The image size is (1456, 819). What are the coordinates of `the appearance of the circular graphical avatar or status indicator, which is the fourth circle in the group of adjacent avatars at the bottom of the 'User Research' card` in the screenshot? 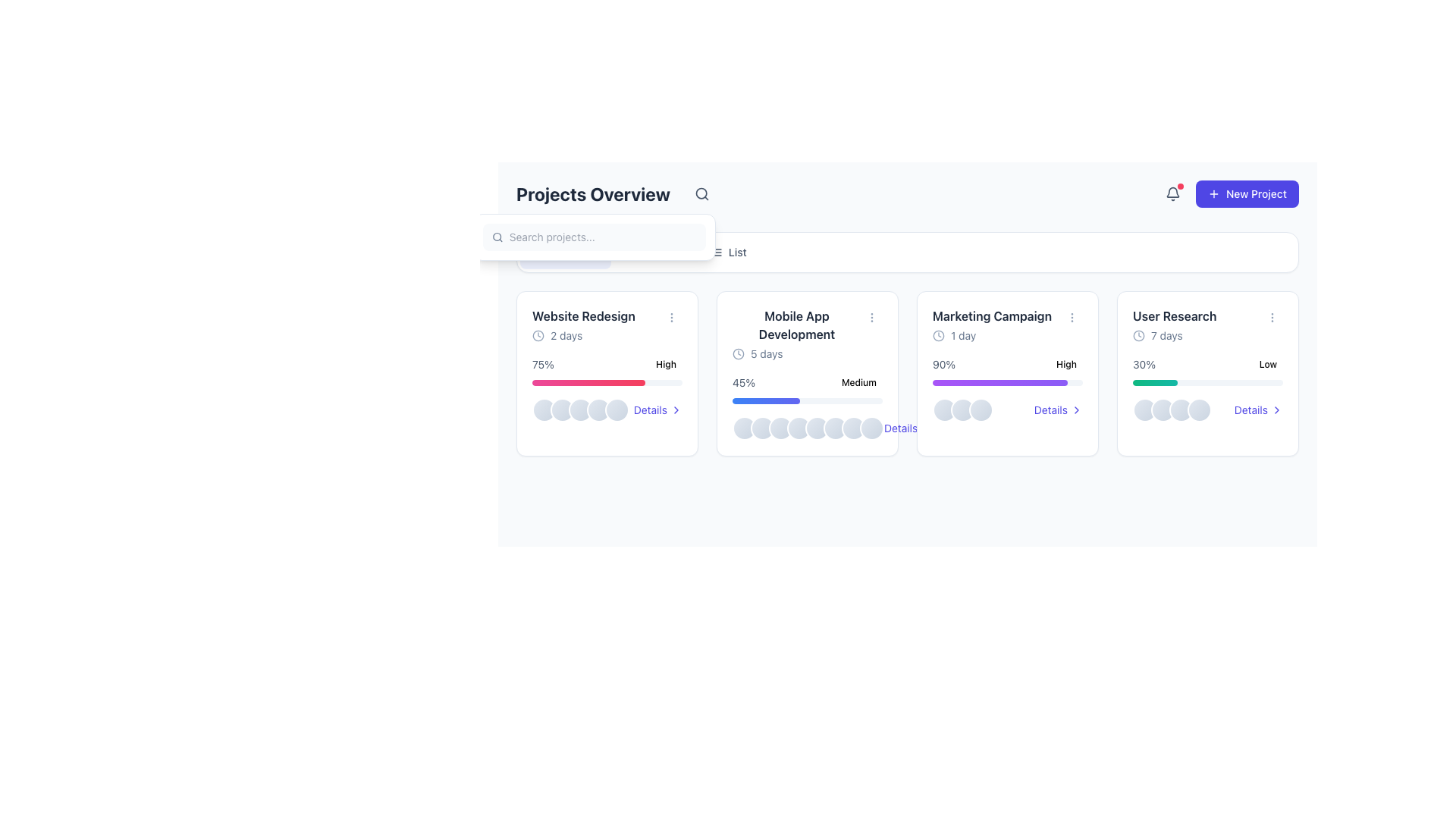 It's located at (1199, 409).